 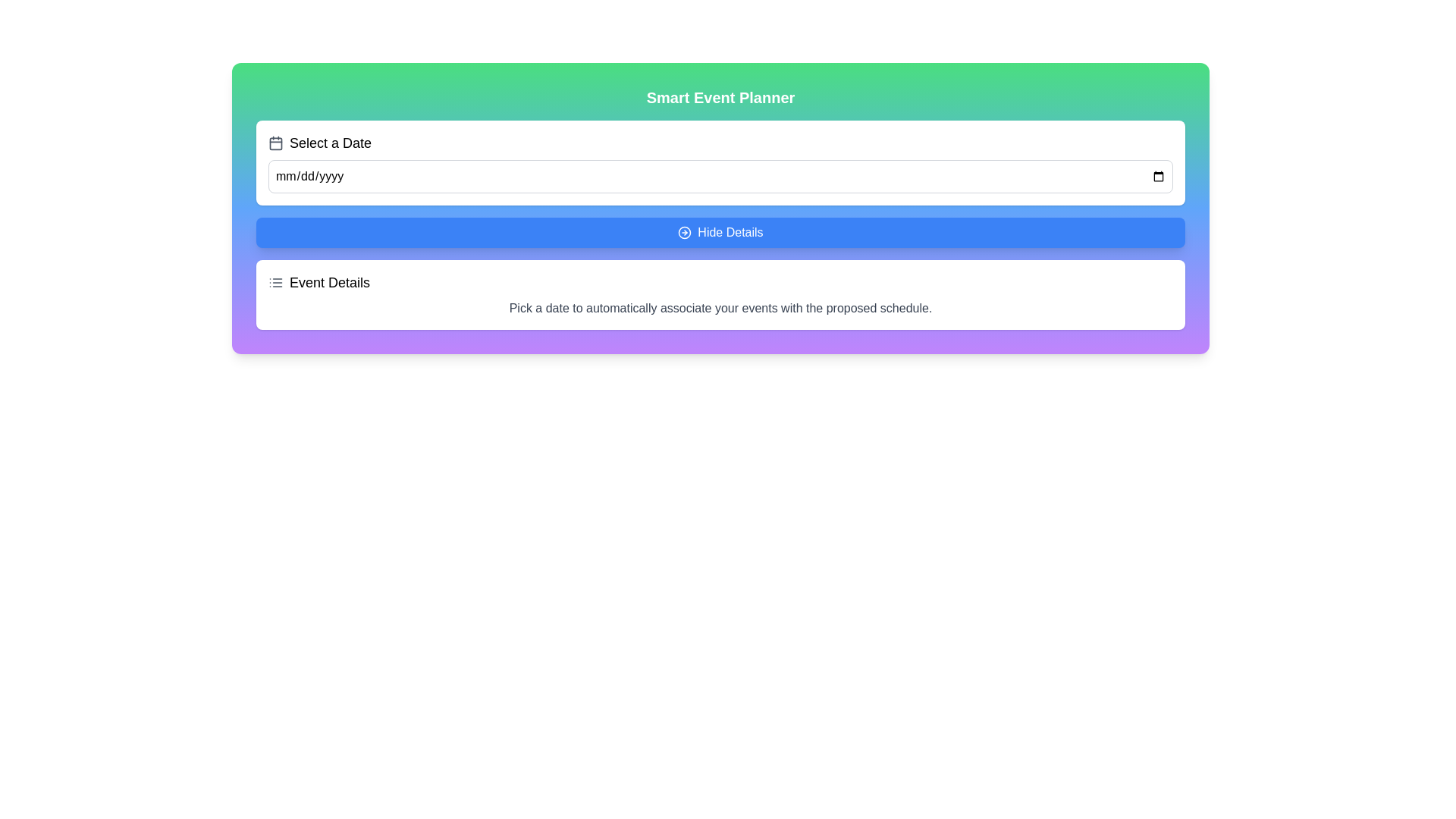 What do you see at coordinates (276, 143) in the screenshot?
I see `the date selection icon (SVG) located at the top-left corner of the 'Select a Date' section as a visual cue for date input` at bounding box center [276, 143].